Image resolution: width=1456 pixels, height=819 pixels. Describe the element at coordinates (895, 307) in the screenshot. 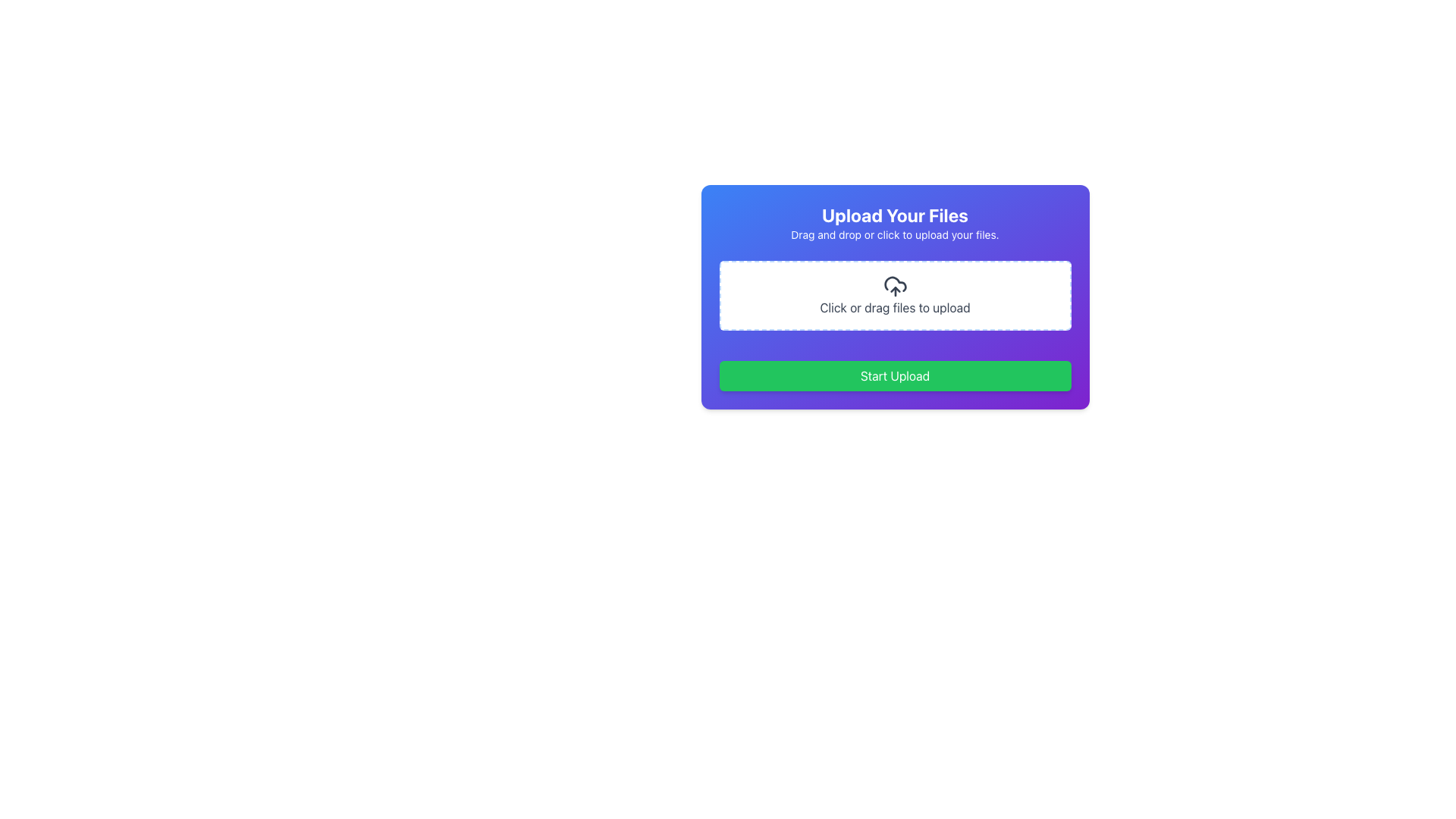

I see `instructional text label located within the bordered file upload box, positioned below the upload icon and above the 'Start Upload' button` at that location.